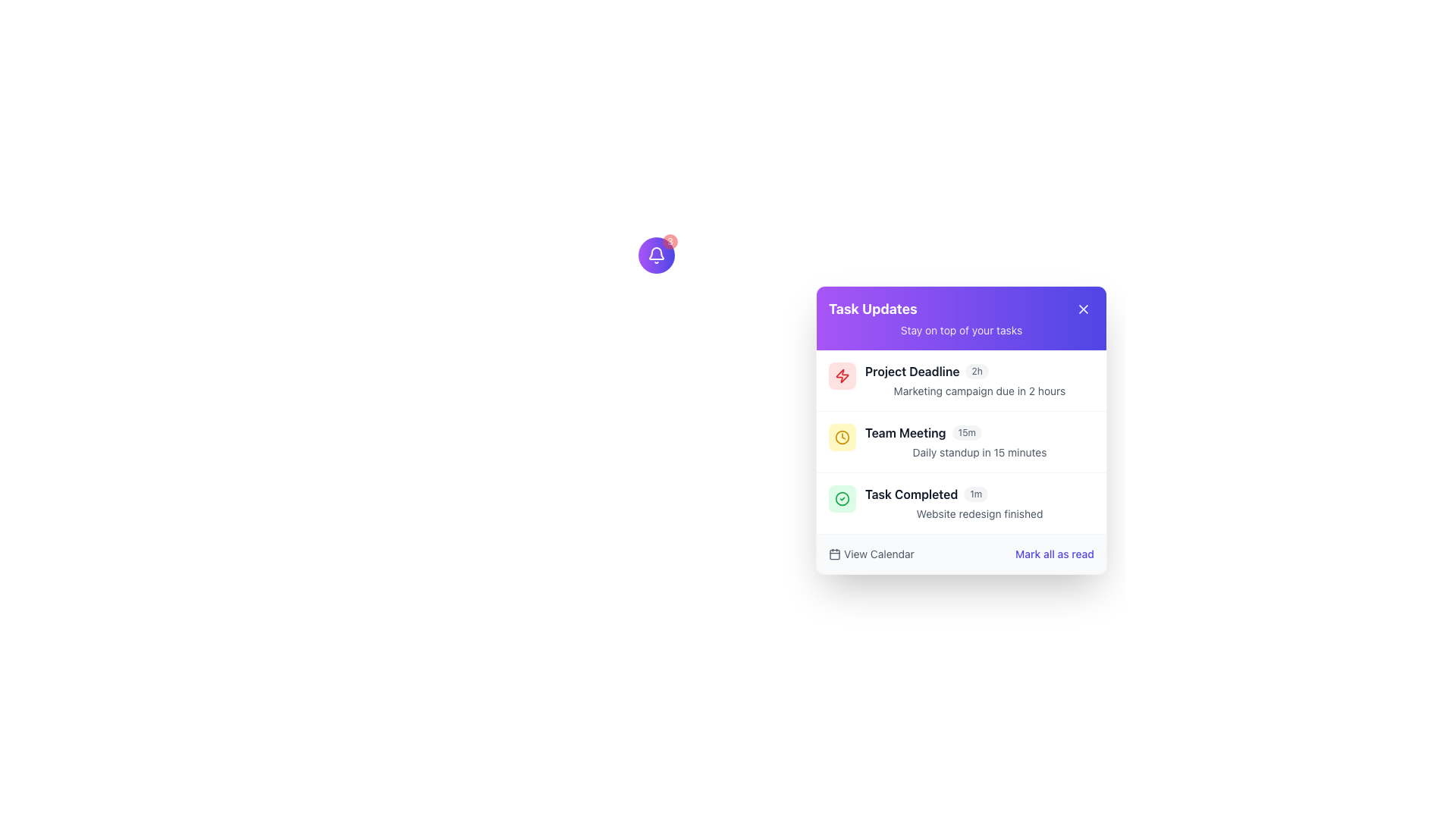 The width and height of the screenshot is (1456, 819). I want to click on the Informative text block displaying the meeting title 'Team Meeting', so click(979, 441).